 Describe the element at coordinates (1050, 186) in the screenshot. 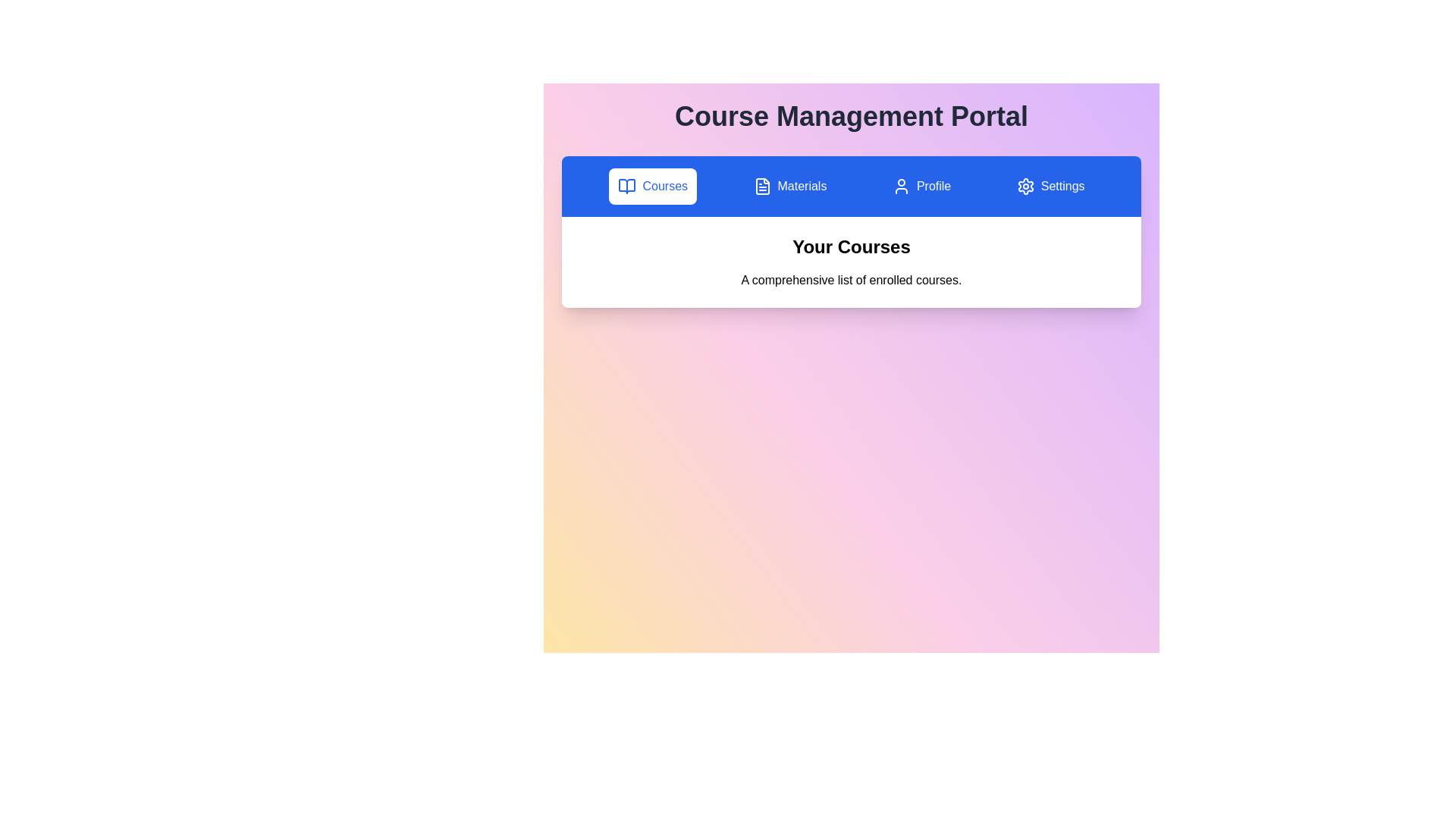

I see `the settings button located in the top navigation bar, which is the fourth button to the right of the Profile button` at that location.